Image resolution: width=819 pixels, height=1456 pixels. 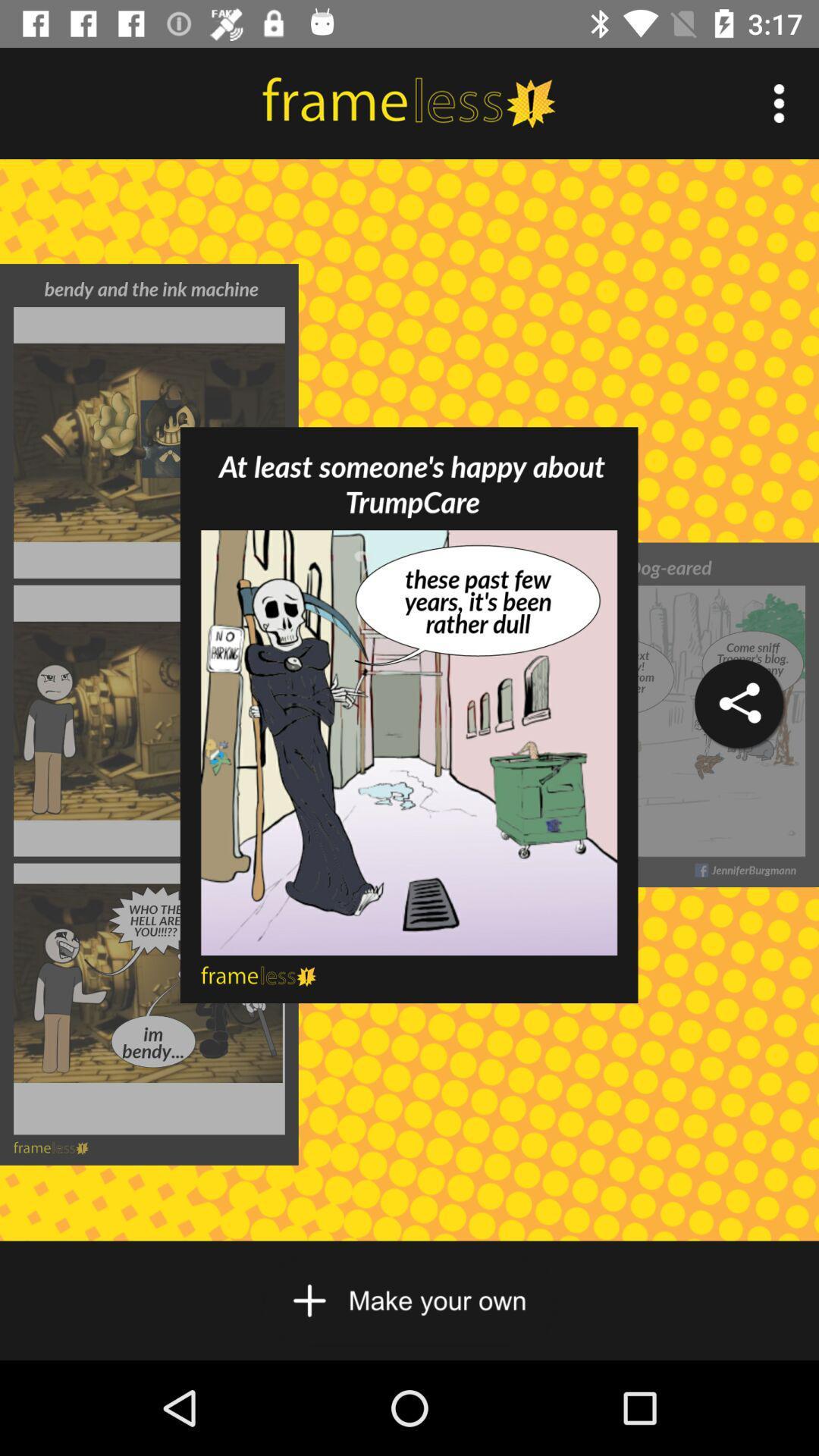 I want to click on more info, so click(x=779, y=102).